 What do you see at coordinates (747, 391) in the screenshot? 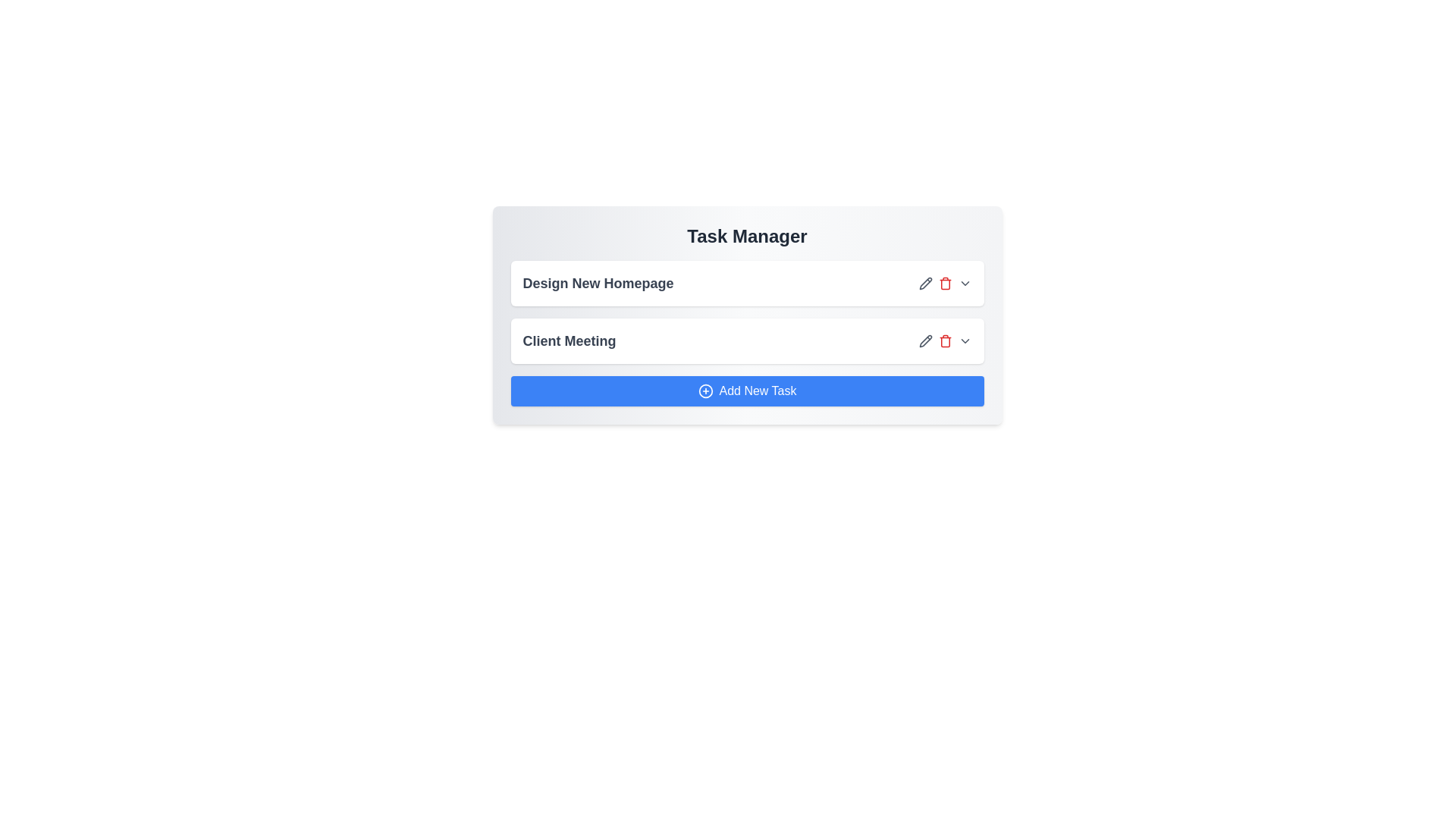
I see `the 'Add New Task' button to initiate the task addition process` at bounding box center [747, 391].